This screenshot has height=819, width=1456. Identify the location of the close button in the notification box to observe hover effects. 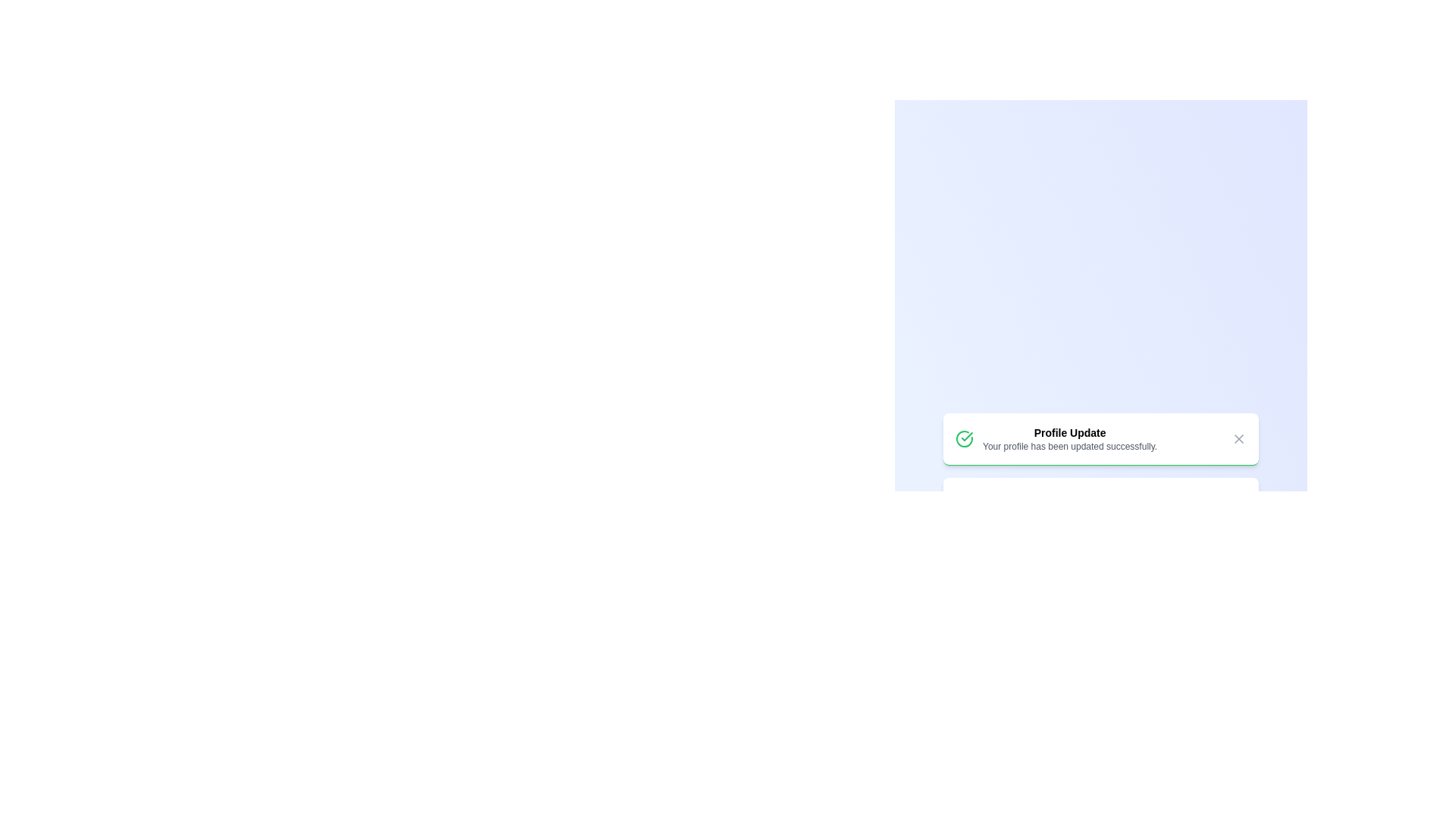
(1238, 438).